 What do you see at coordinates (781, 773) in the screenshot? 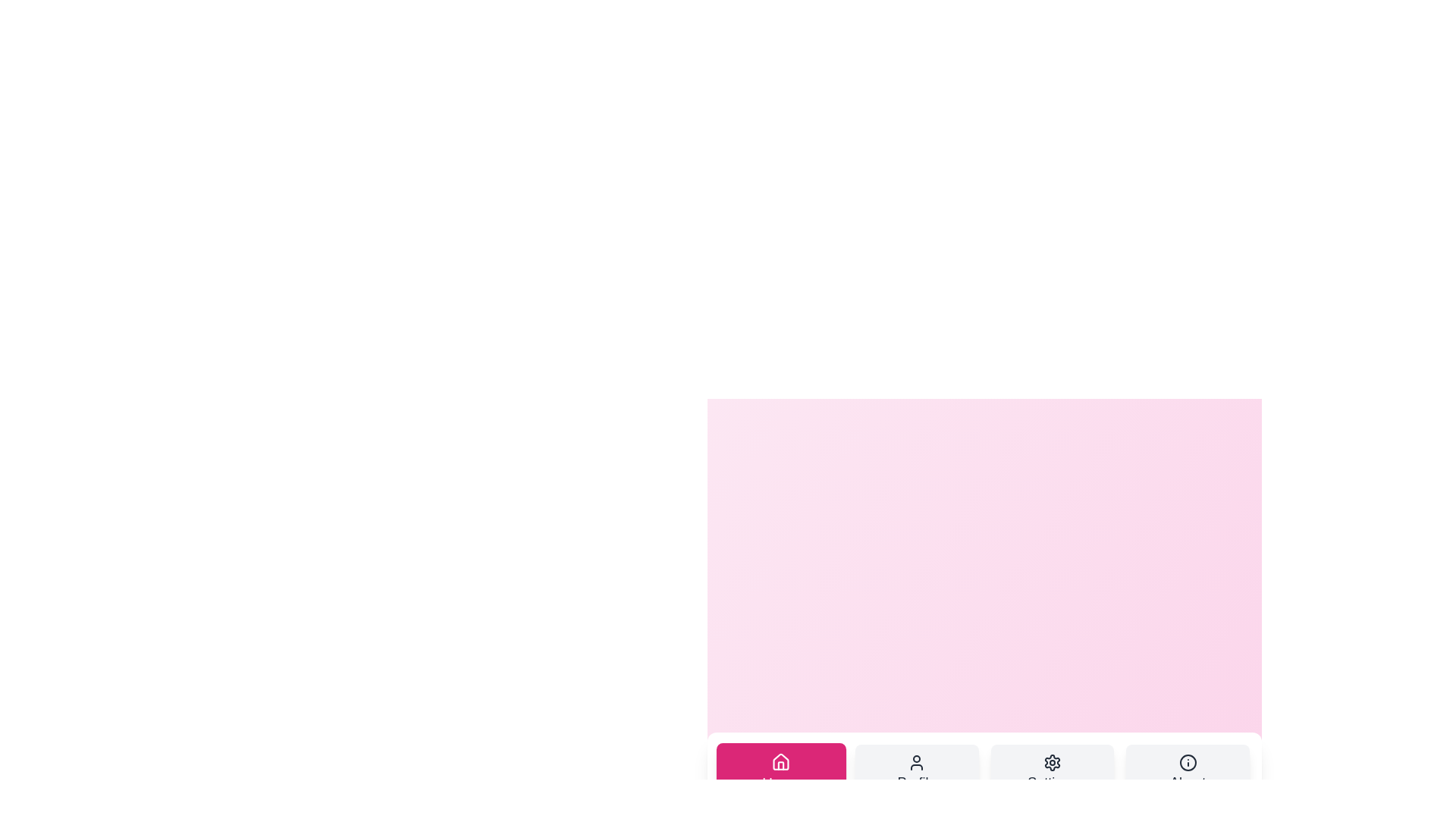
I see `the tab labeled Home by clicking on it` at bounding box center [781, 773].